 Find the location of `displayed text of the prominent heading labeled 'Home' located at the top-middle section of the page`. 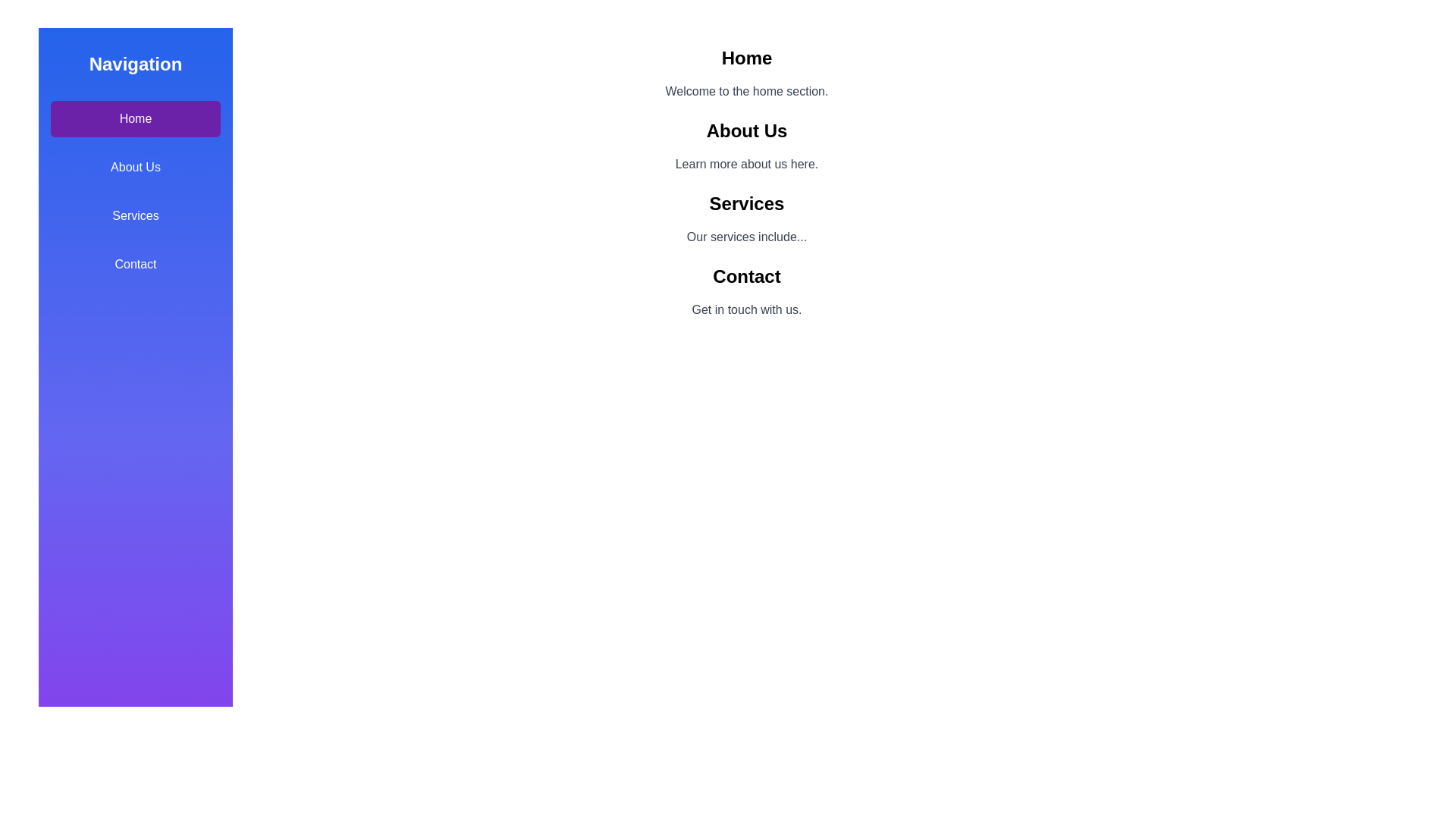

displayed text of the prominent heading labeled 'Home' located at the top-middle section of the page is located at coordinates (746, 58).